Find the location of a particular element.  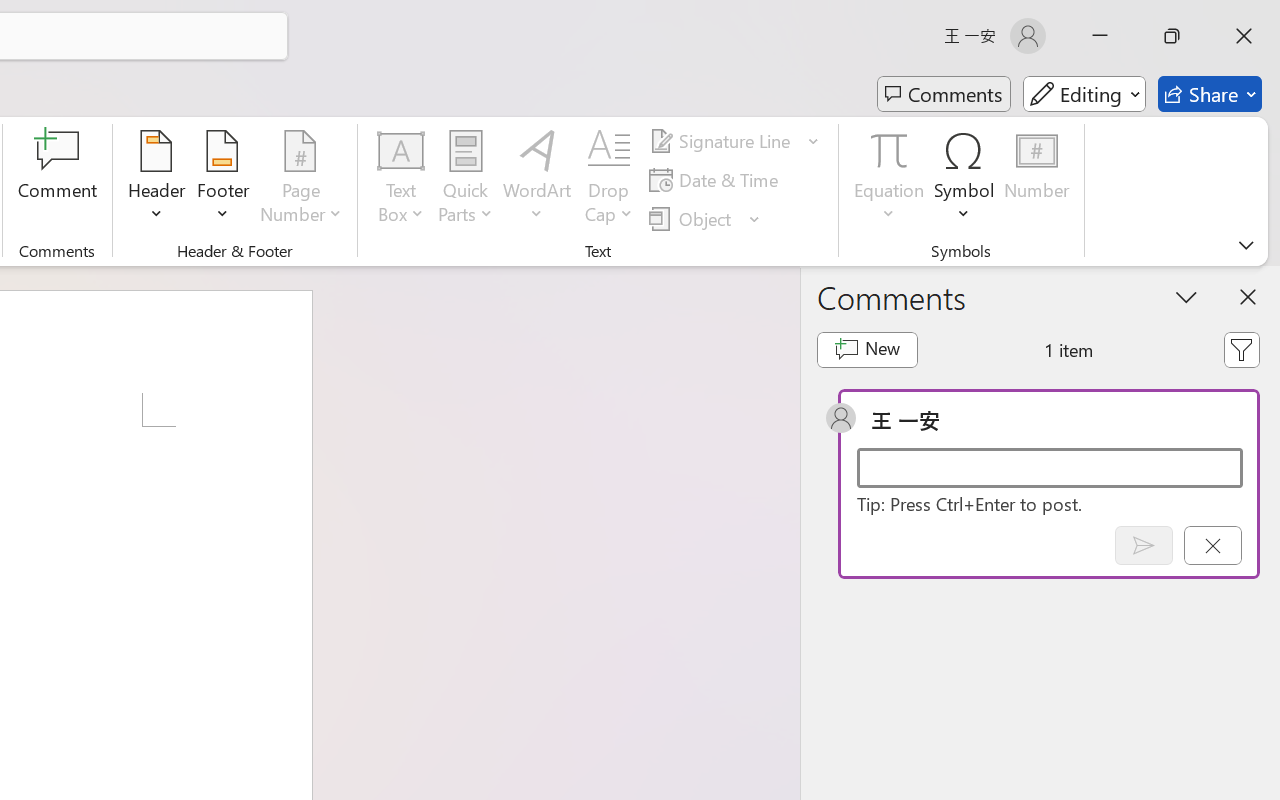

'Filter' is located at coordinates (1240, 350).